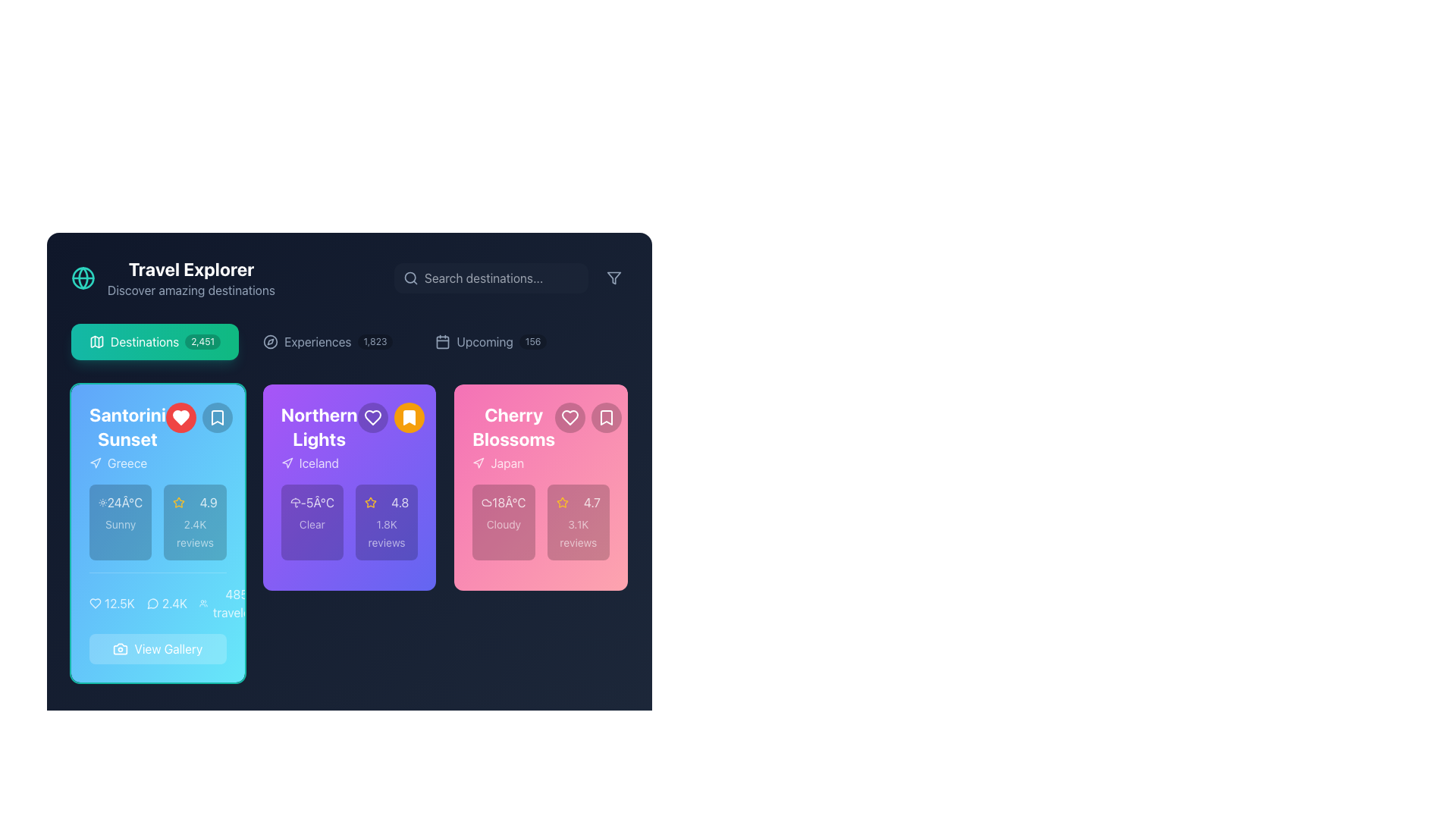  Describe the element at coordinates (409, 418) in the screenshot. I see `the bookmark icon located at the top-right corner of the 'Northern Lights' card in the purple section` at that location.